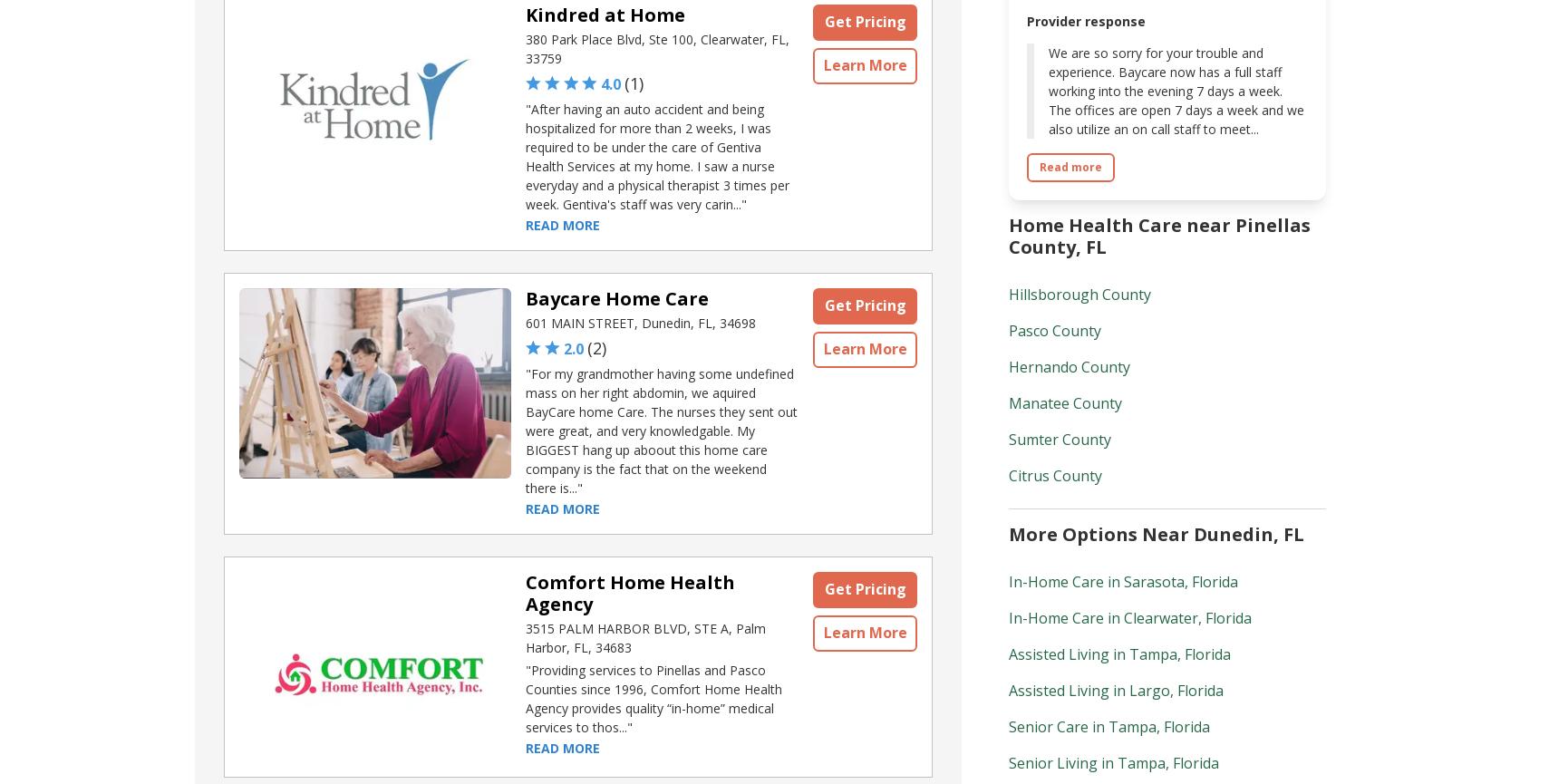  I want to click on 'Provider response', so click(1086, 20).